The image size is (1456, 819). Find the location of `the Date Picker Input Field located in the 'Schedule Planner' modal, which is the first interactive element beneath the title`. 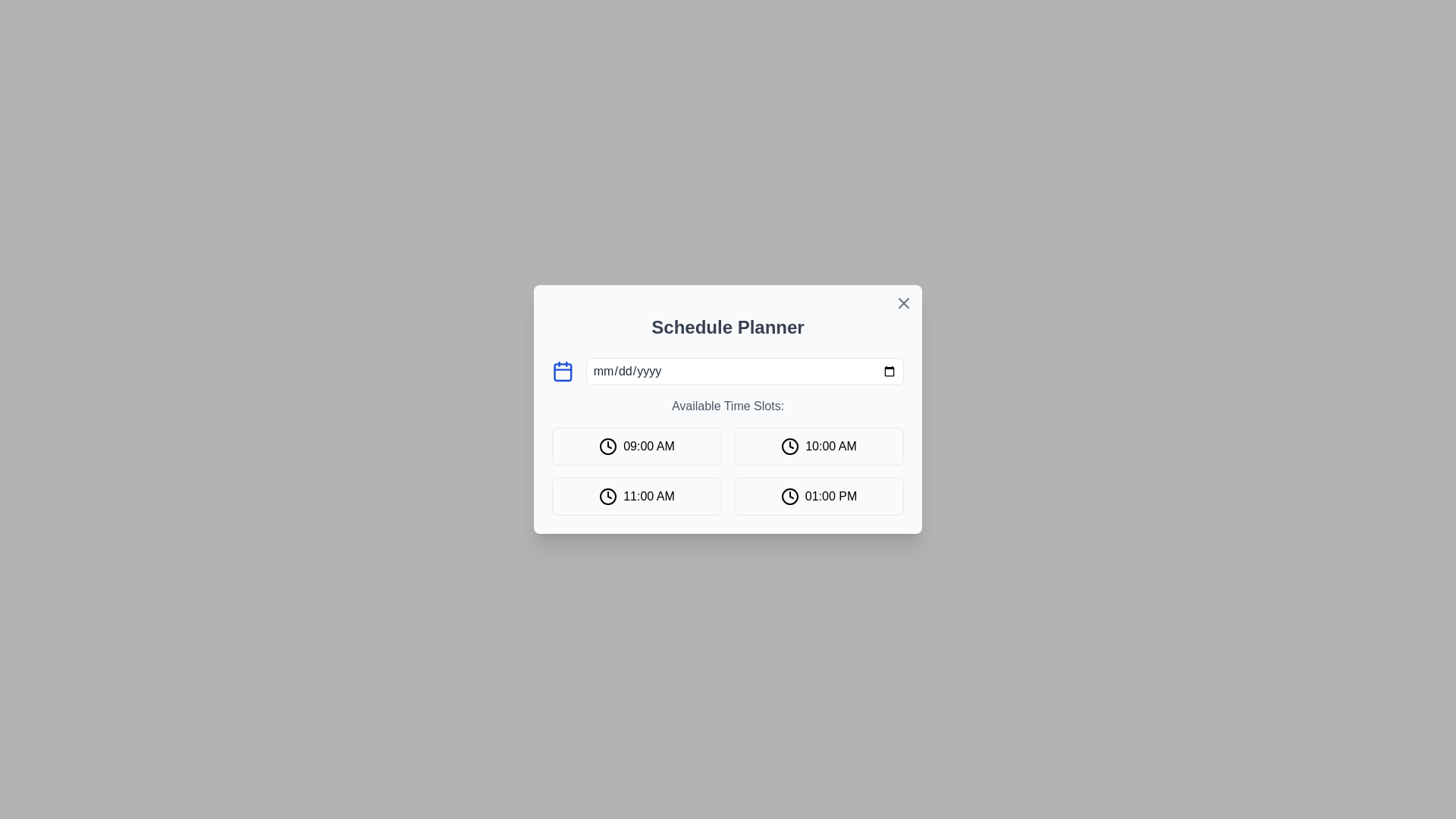

the Date Picker Input Field located in the 'Schedule Planner' modal, which is the first interactive element beneath the title is located at coordinates (728, 371).